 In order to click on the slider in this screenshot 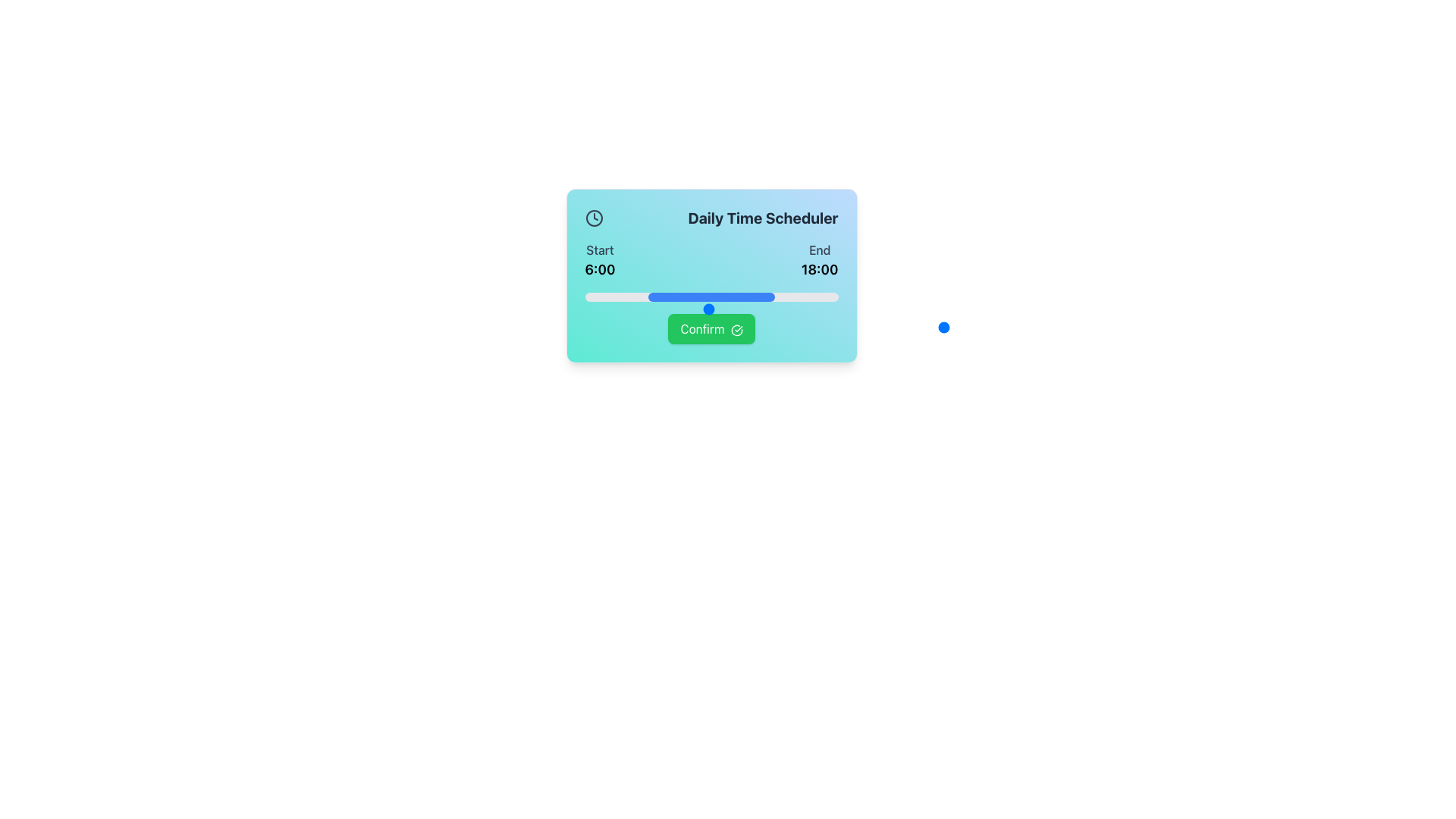, I will do `click(734, 297)`.